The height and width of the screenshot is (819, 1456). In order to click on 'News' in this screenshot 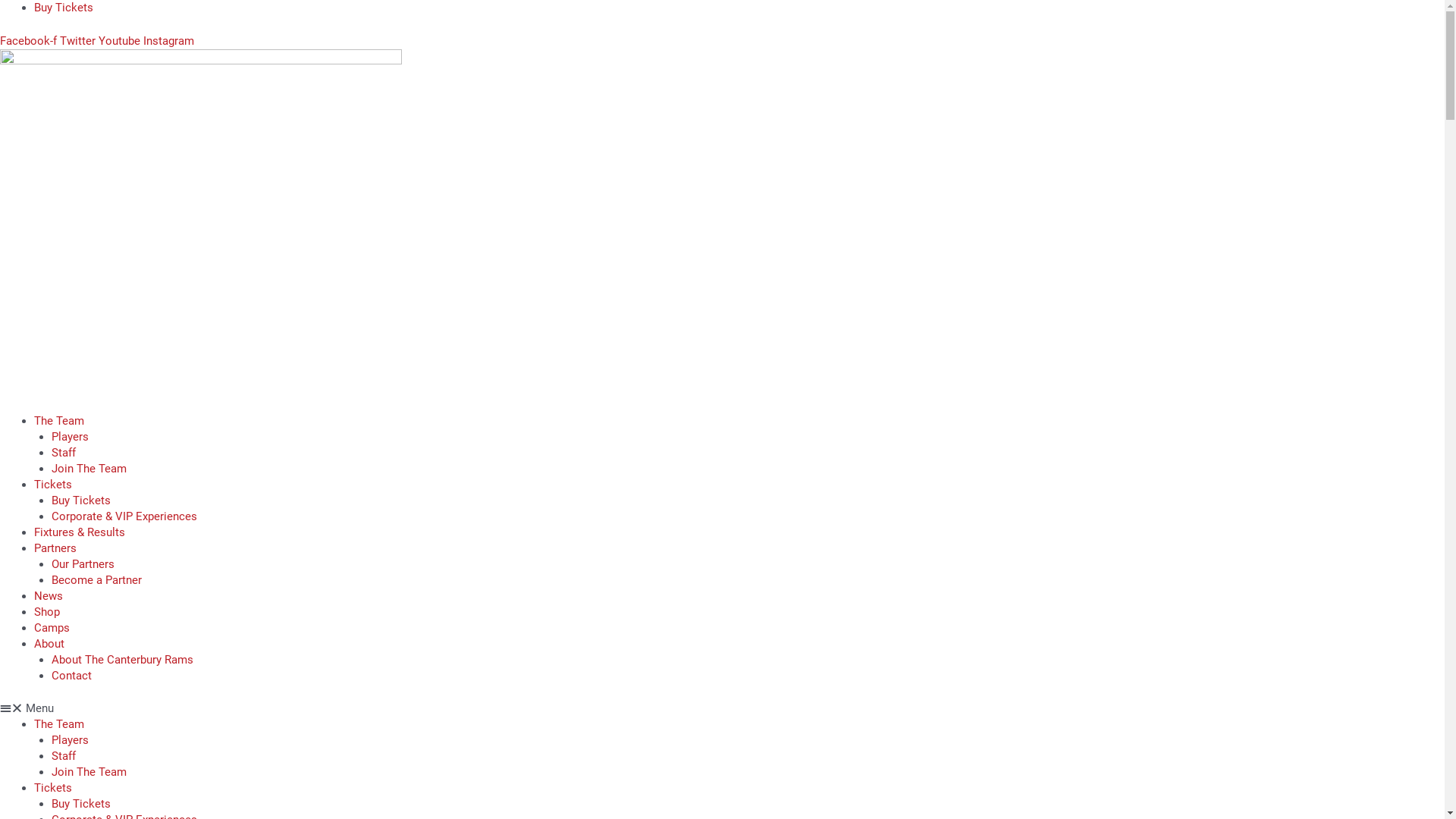, I will do `click(48, 595)`.